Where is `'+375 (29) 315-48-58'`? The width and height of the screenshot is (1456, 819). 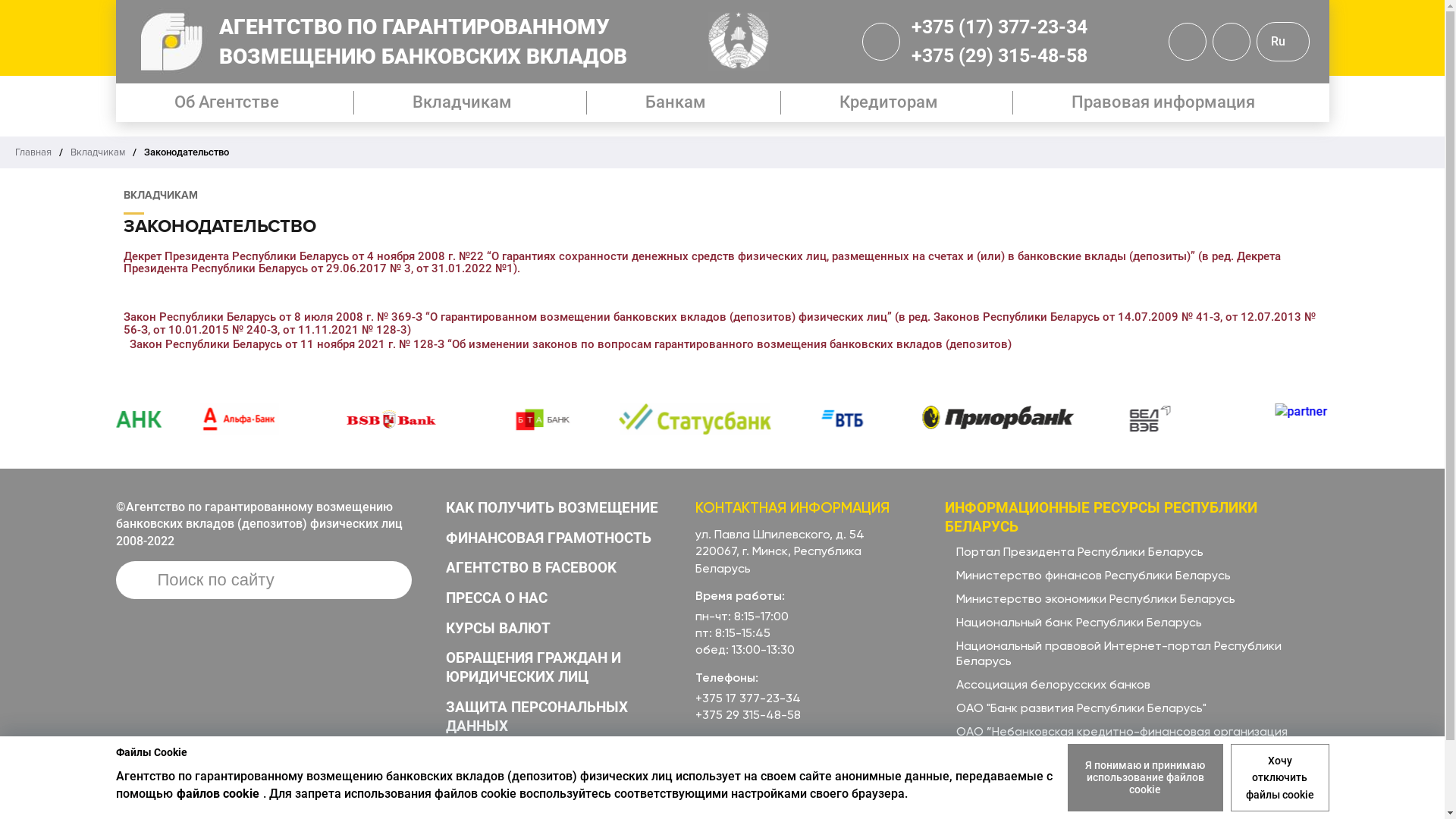 '+375 (29) 315-48-58' is located at coordinates (910, 55).